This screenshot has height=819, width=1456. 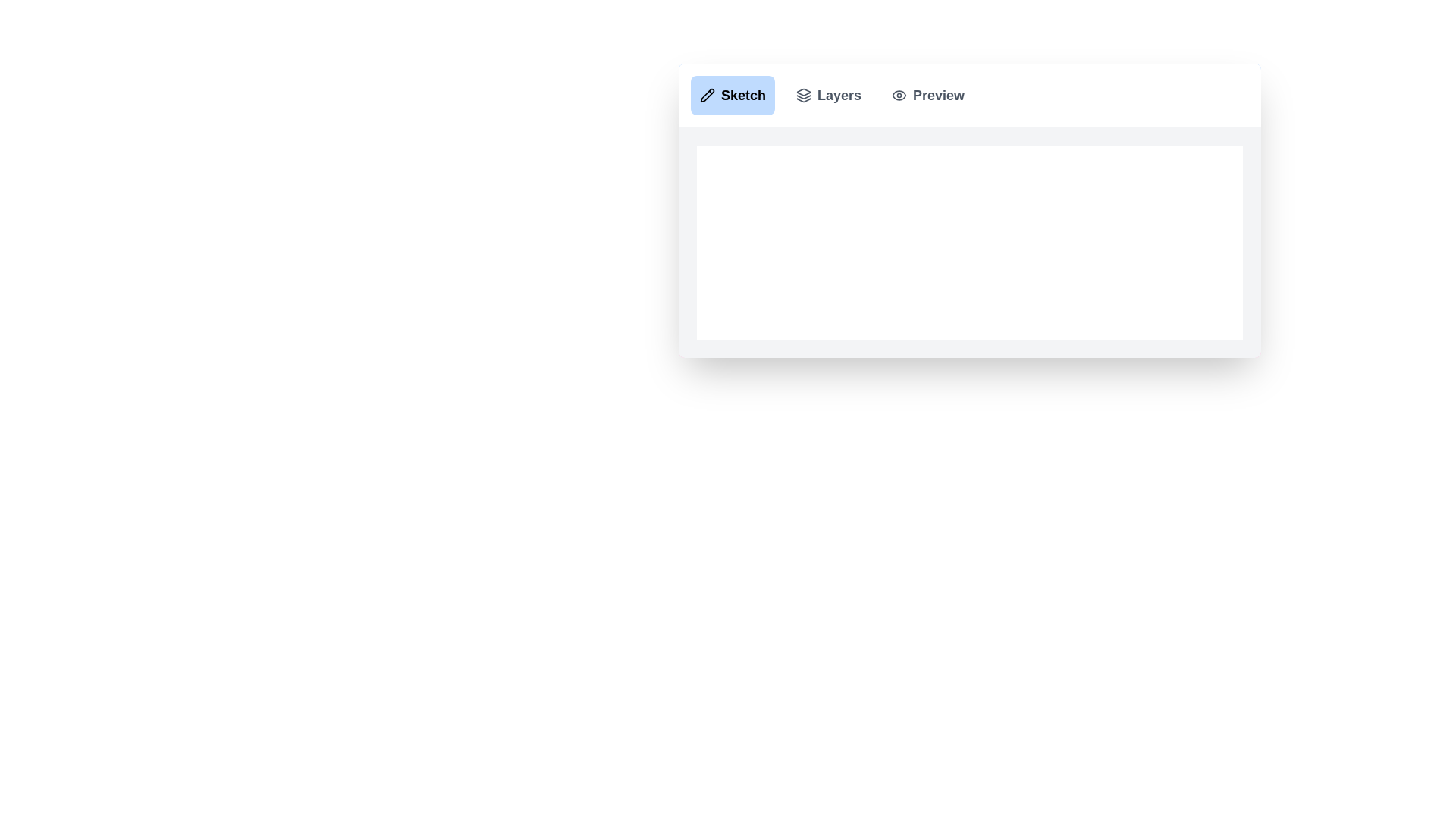 I want to click on the Layers tab, so click(x=828, y=96).